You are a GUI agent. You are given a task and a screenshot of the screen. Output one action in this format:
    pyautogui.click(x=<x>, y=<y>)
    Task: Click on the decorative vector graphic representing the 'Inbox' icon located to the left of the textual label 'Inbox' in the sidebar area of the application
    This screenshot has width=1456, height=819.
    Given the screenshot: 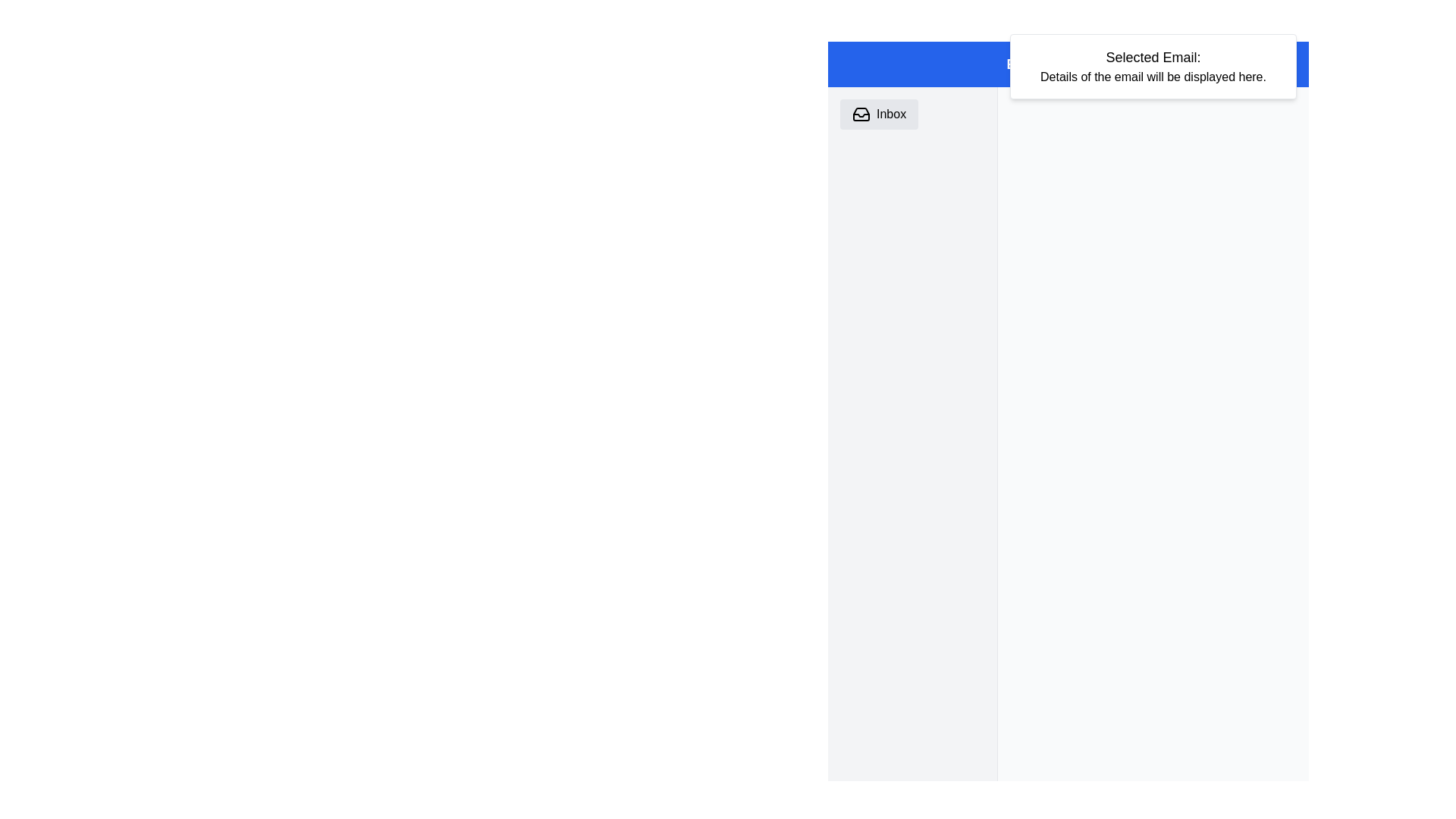 What is the action you would take?
    pyautogui.click(x=861, y=113)
    